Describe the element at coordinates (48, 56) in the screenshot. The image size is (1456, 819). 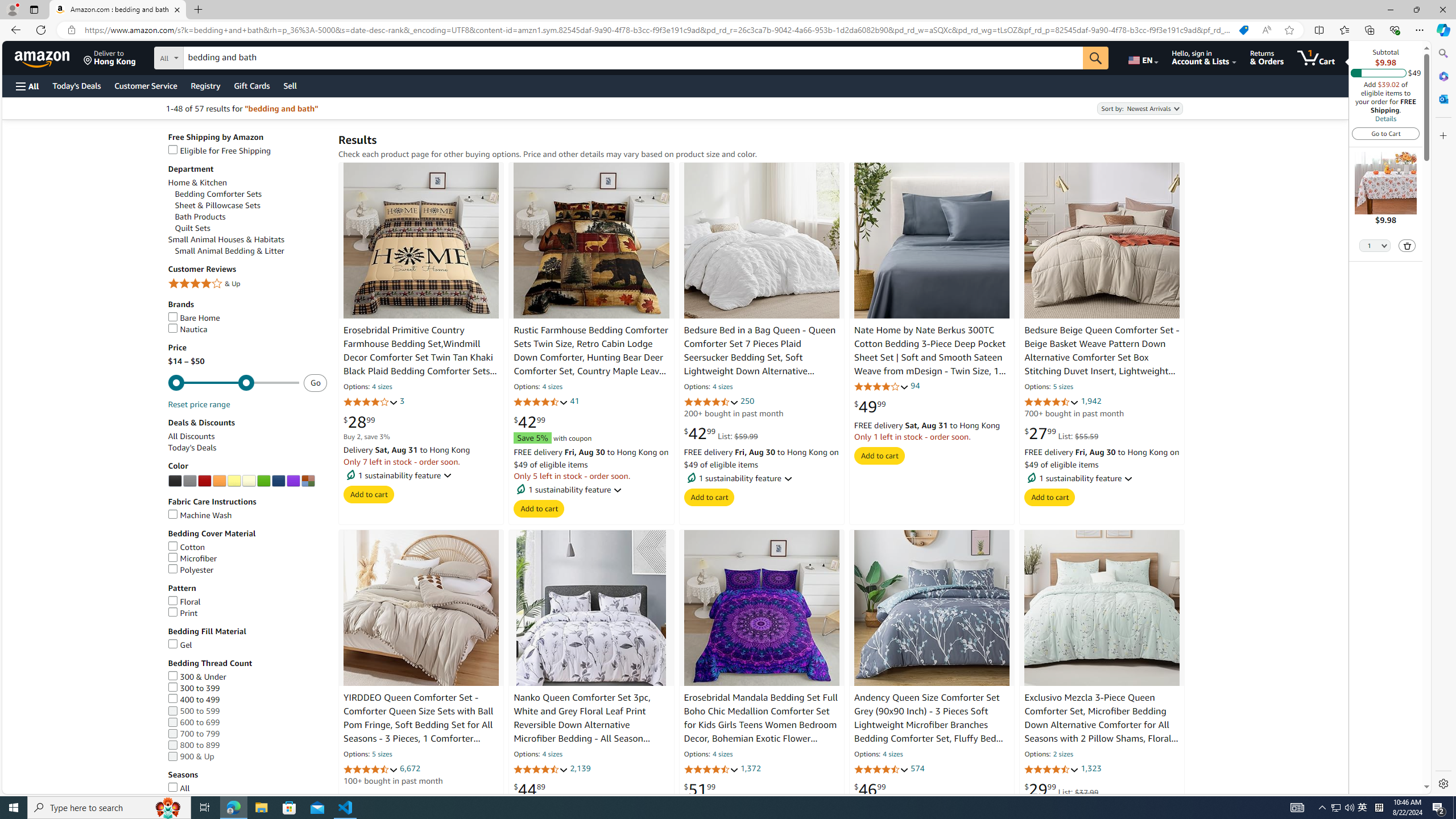
I see `'Skip to main content'` at that location.